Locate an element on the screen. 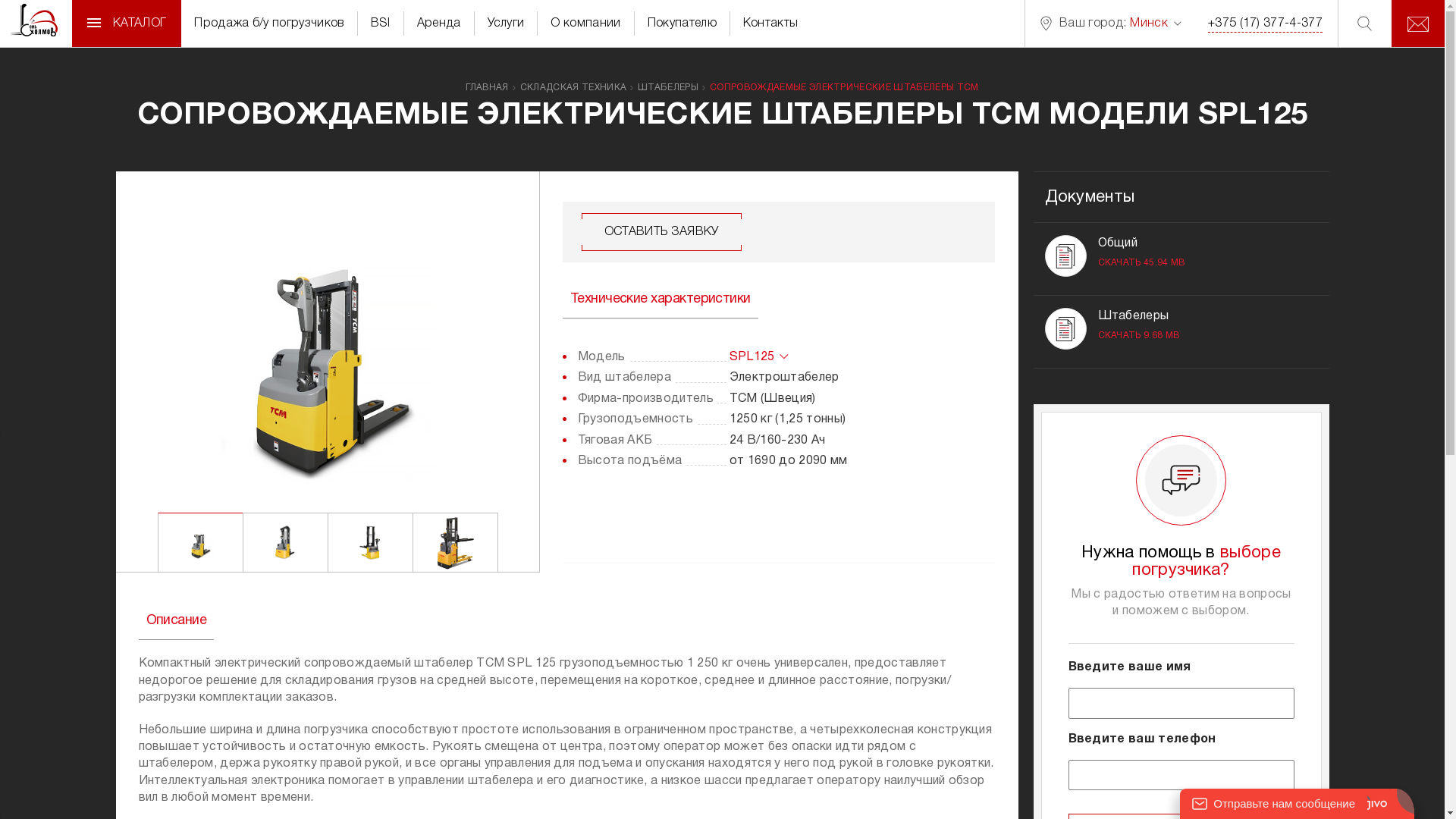  '+375 (17) 377-4-377' is located at coordinates (1207, 24).